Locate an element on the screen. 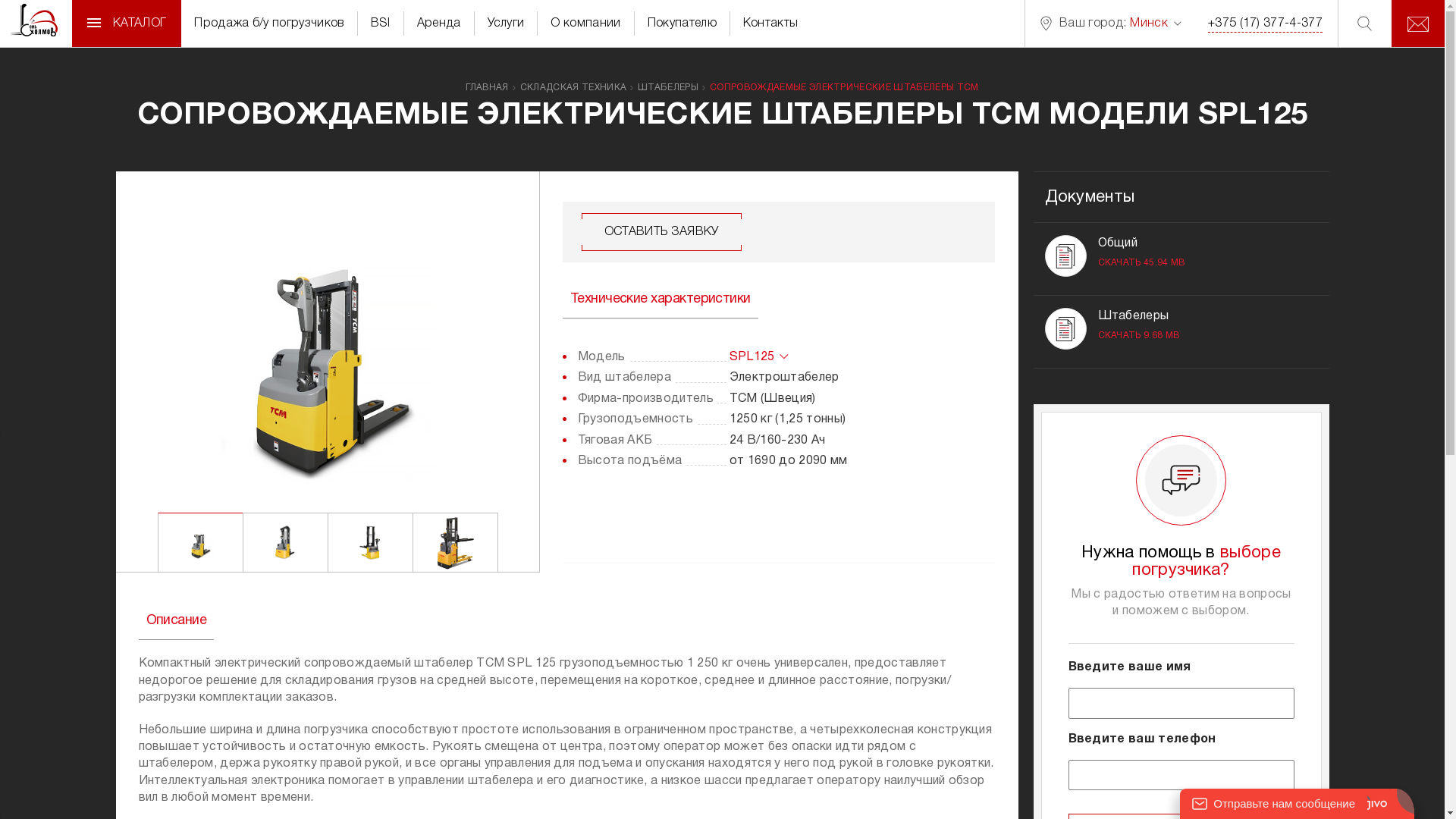  '+375 (17) 377-4-377' is located at coordinates (1207, 24).